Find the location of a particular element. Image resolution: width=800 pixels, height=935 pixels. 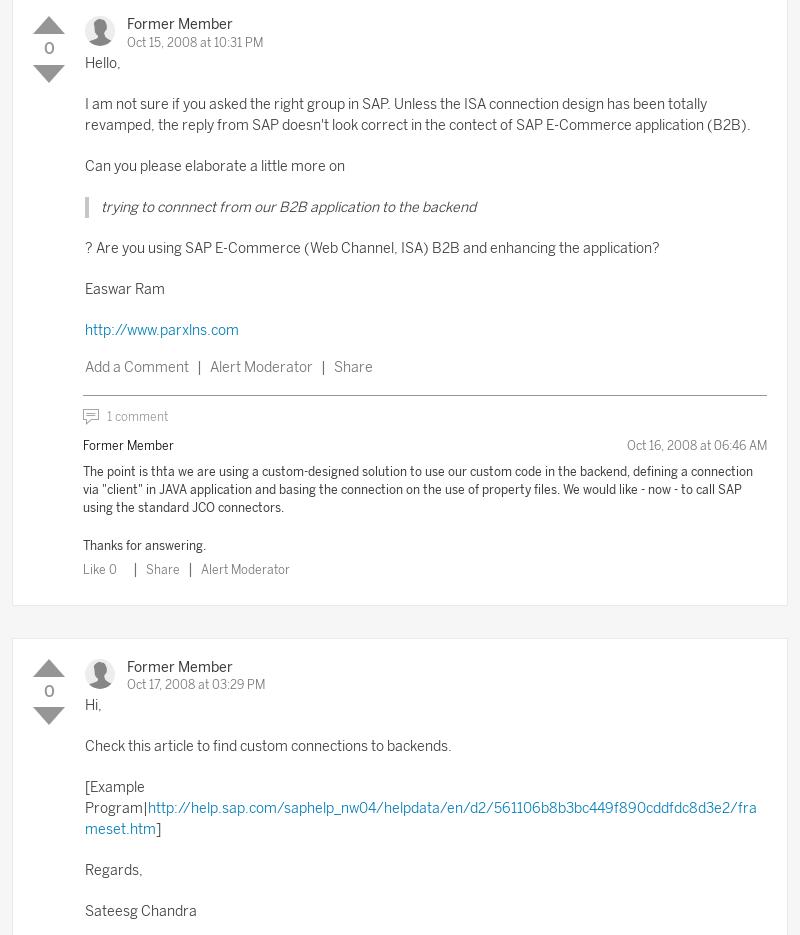

'Oct 15, 2008 at 10:31 PM' is located at coordinates (193, 40).